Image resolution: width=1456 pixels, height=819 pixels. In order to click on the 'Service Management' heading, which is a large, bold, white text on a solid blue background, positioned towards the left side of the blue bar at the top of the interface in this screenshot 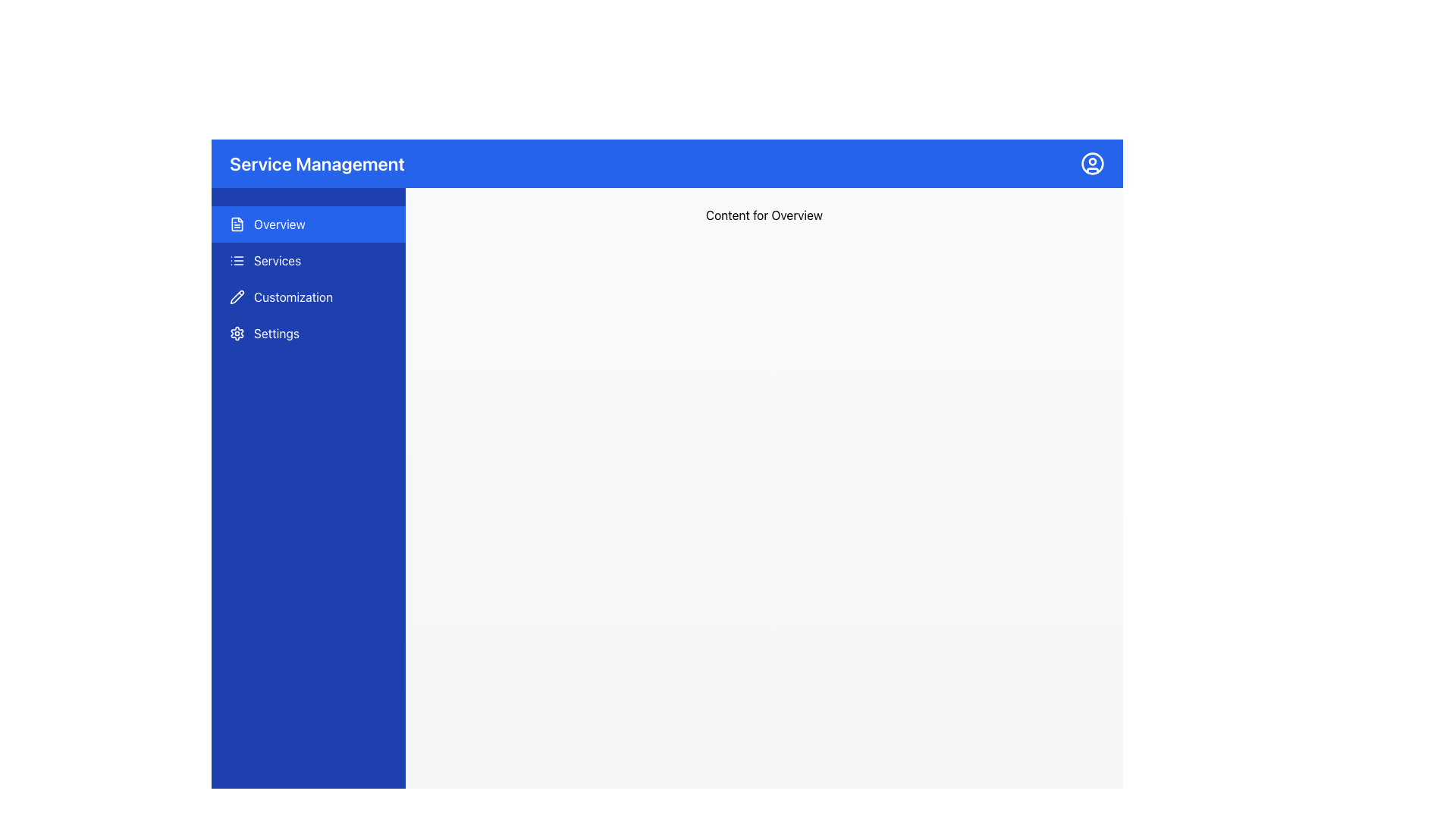, I will do `click(316, 164)`.